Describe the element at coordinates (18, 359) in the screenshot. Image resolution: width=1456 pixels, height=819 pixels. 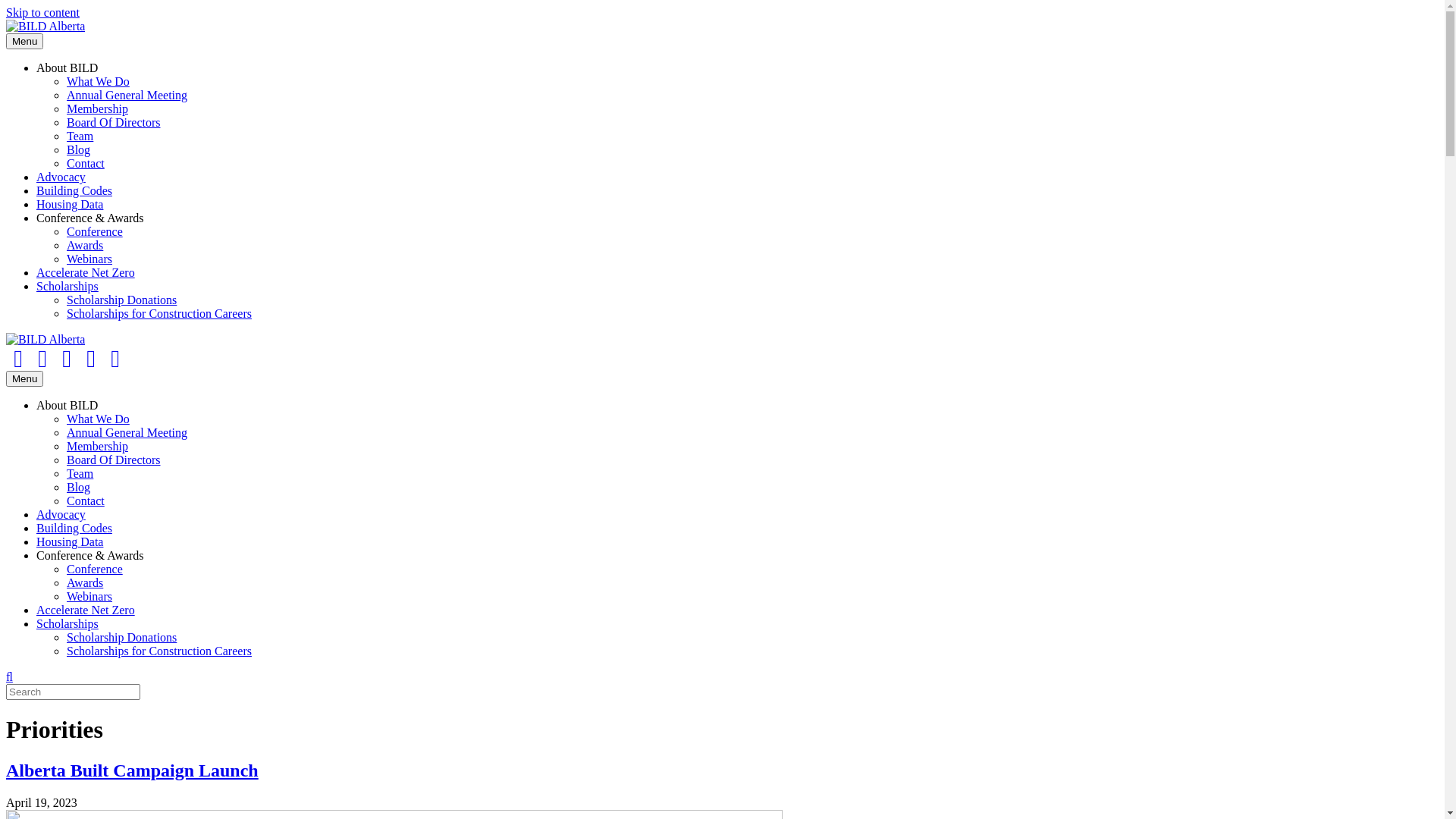
I see `'Facebook'` at that location.